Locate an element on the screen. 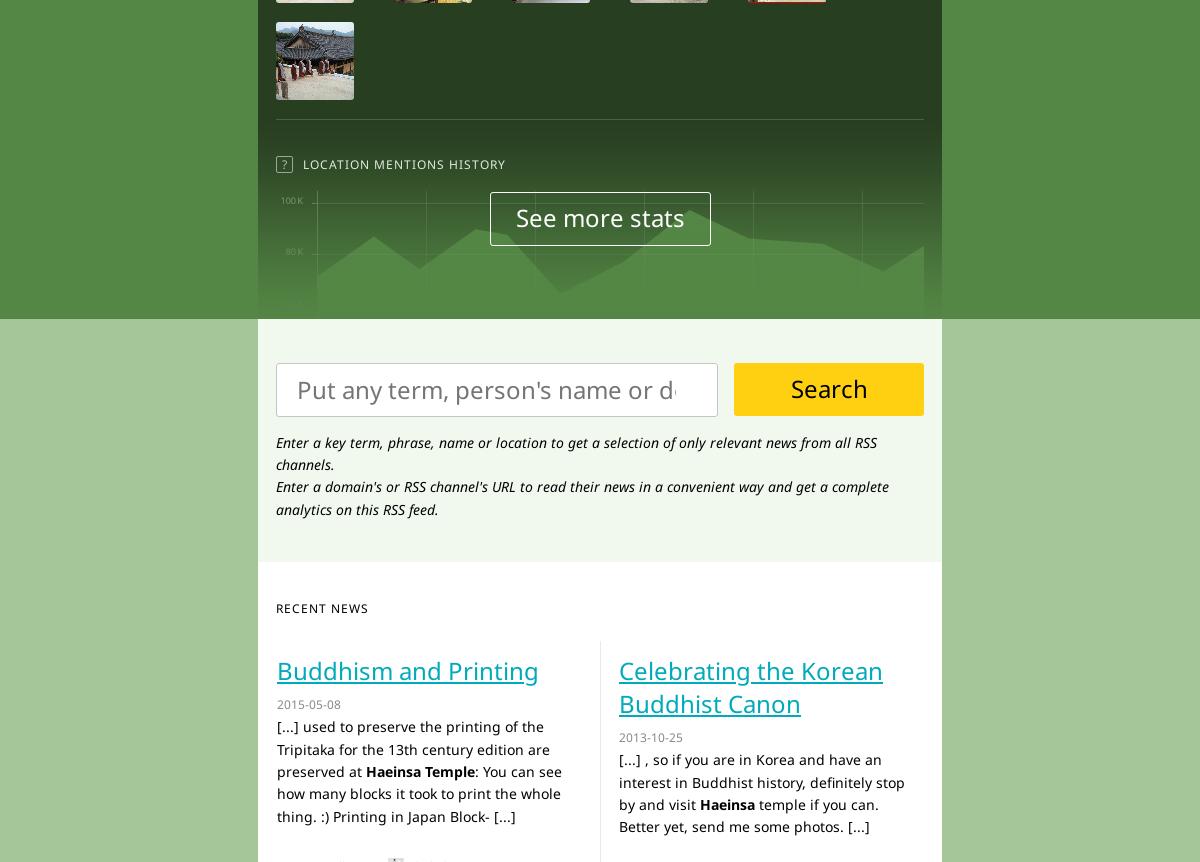 Image resolution: width=1200 pixels, height=862 pixels. ': You can see how many blocks it took to print the whole thing. :) Printing in Japan Block- [...]' is located at coordinates (419, 792).